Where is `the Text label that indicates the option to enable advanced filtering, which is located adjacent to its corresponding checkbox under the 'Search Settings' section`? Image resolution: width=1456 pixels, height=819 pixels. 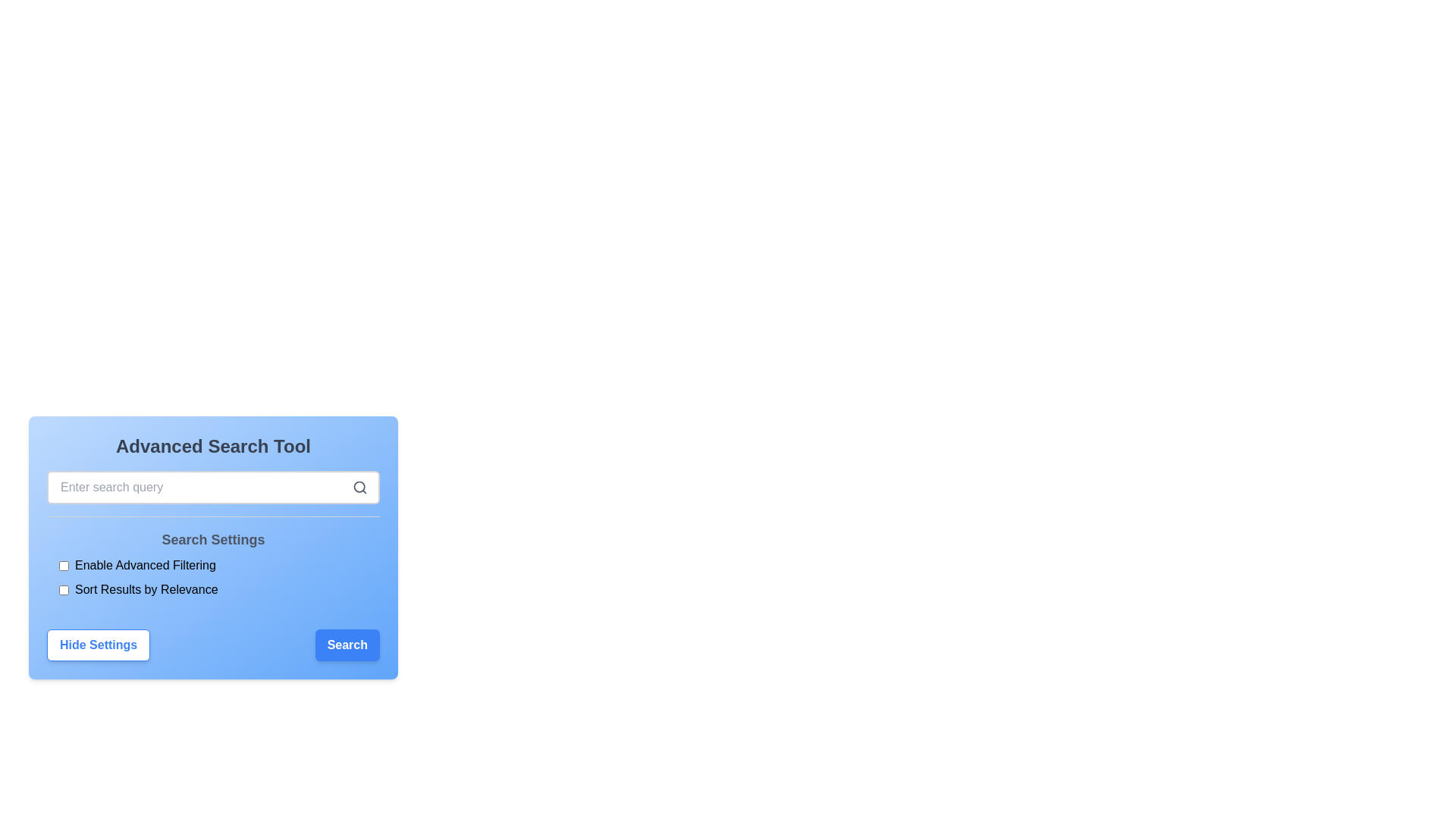
the Text label that indicates the option to enable advanced filtering, which is located adjacent to its corresponding checkbox under the 'Search Settings' section is located at coordinates (146, 565).